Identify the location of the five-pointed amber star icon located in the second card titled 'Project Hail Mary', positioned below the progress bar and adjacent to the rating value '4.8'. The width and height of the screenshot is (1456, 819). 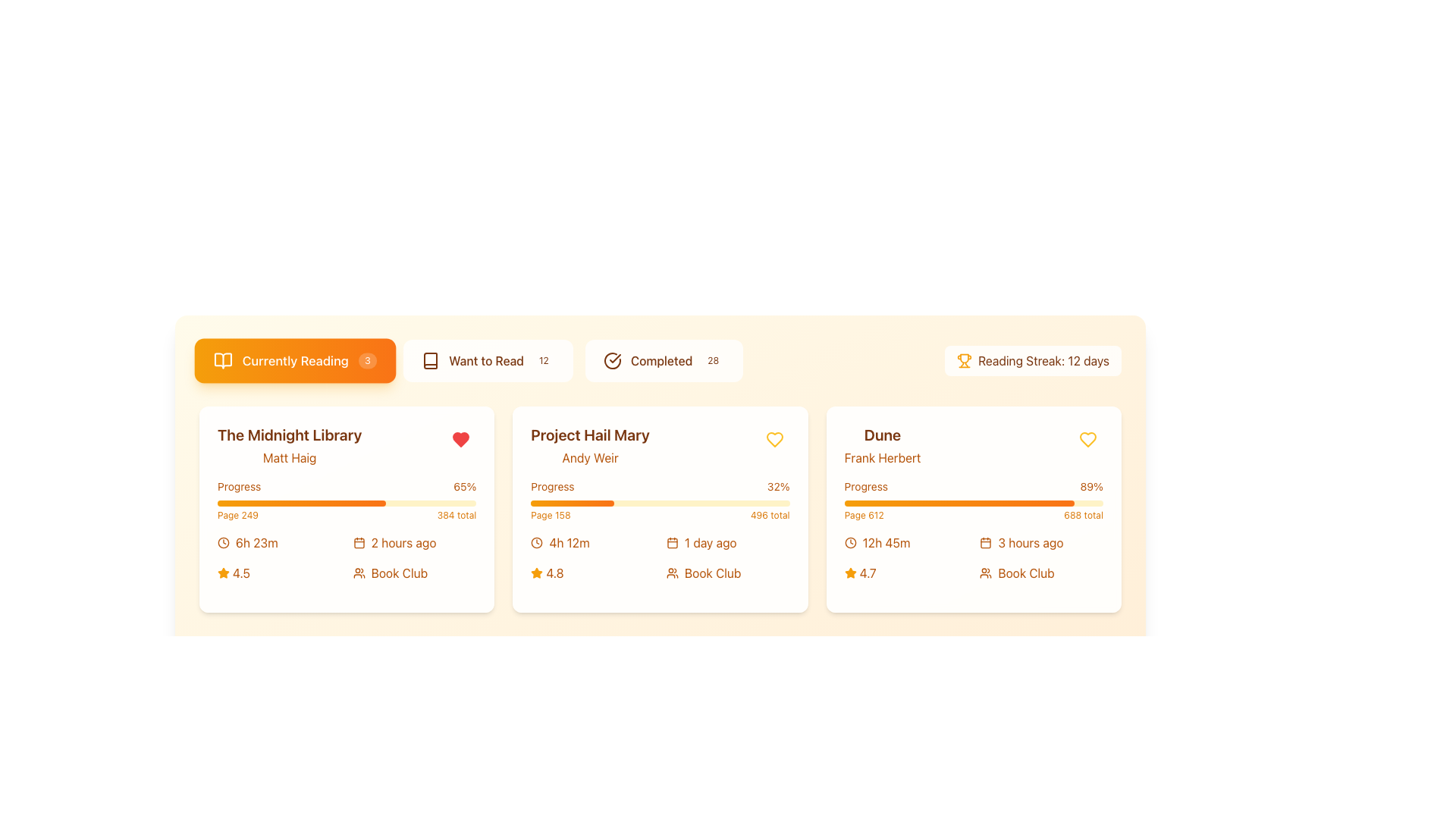
(537, 573).